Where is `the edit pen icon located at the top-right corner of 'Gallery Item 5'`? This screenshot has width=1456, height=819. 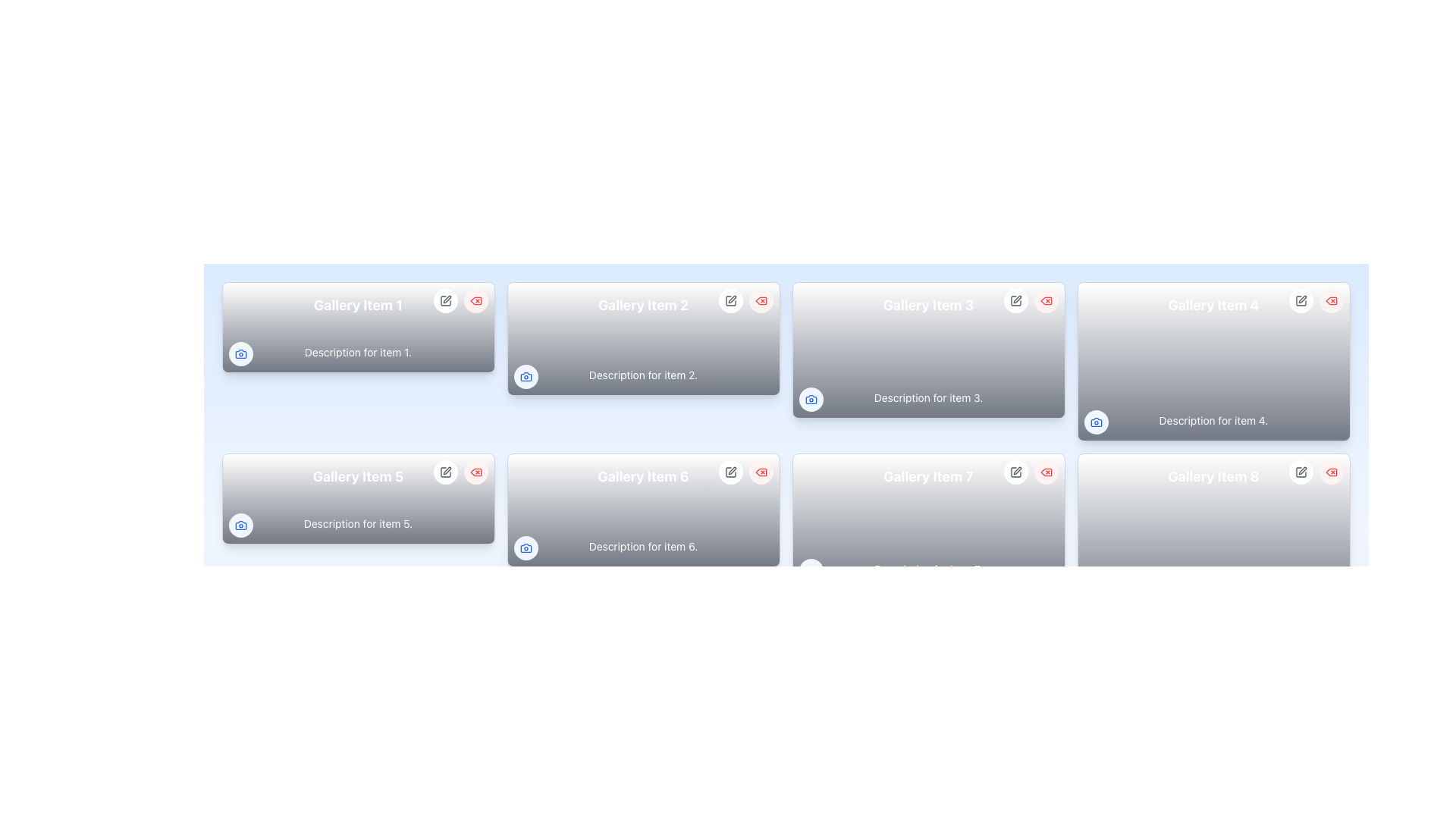
the edit pen icon located at the top-right corner of 'Gallery Item 5' is located at coordinates (446, 470).